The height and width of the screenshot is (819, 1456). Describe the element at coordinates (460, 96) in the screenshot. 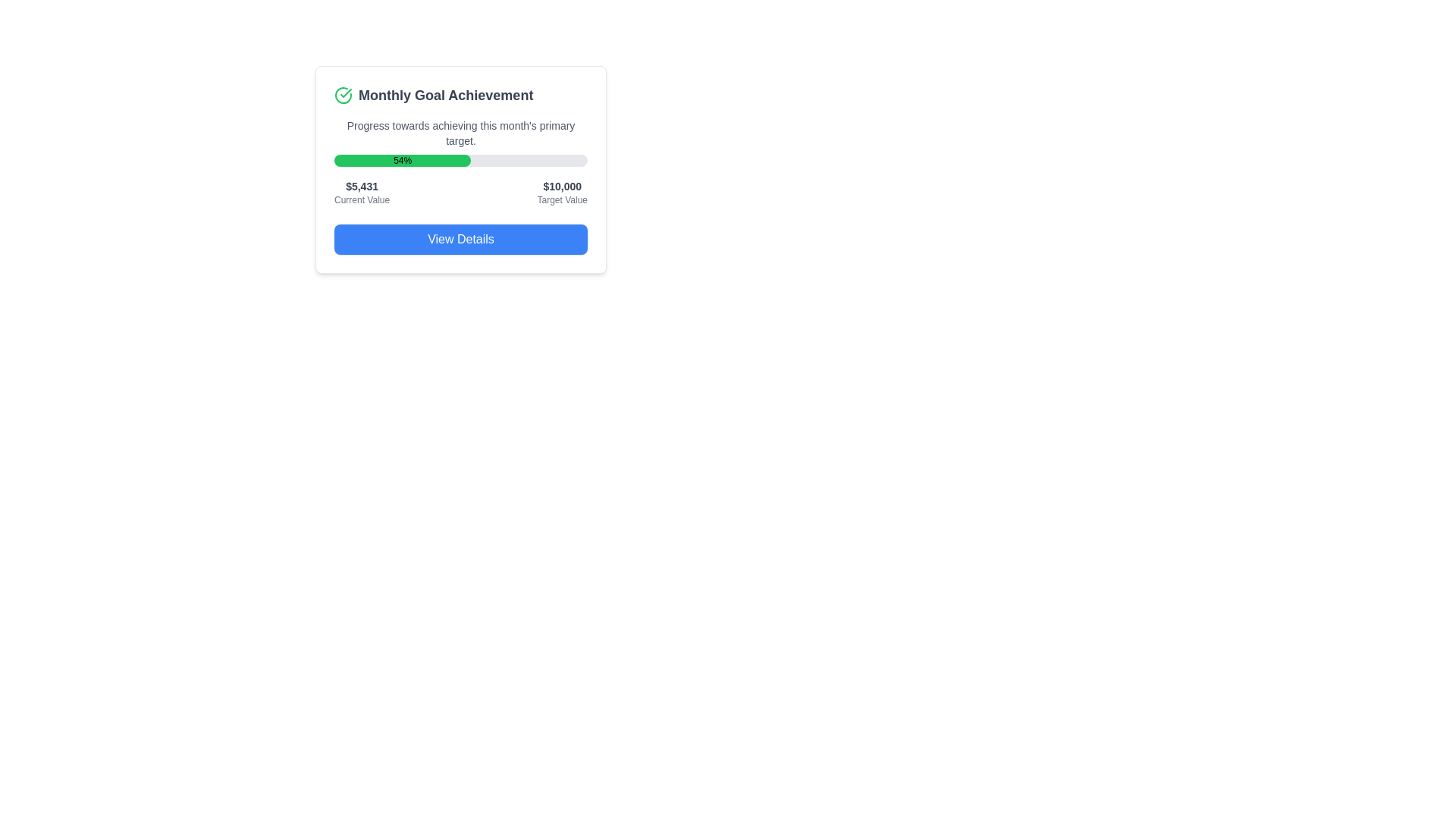

I see `the Text Label that serves as a title or heading for the card component, located at the upper portion and horizontally centered` at that location.